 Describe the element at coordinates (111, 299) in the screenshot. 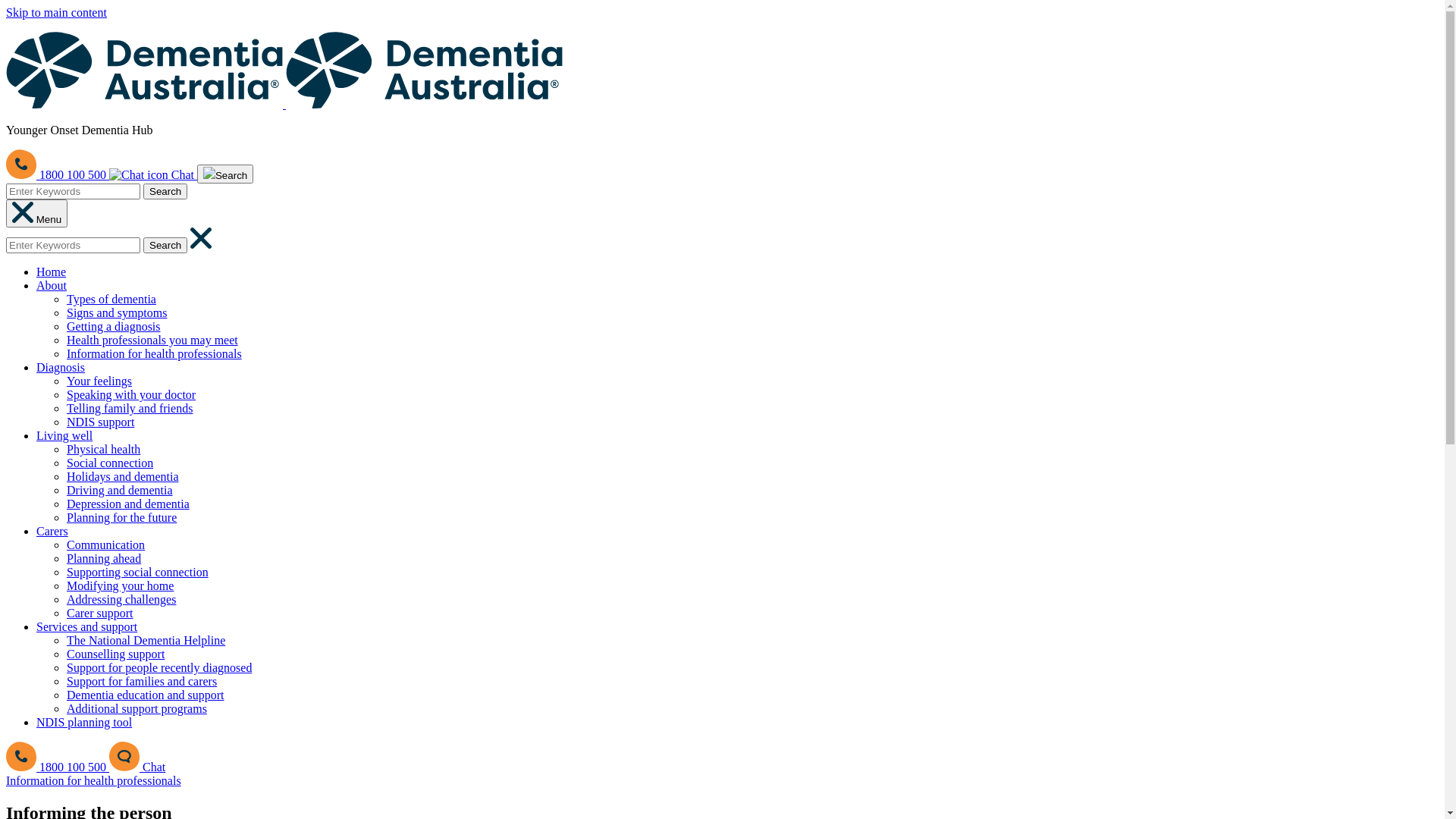

I see `'Types of dementia'` at that location.